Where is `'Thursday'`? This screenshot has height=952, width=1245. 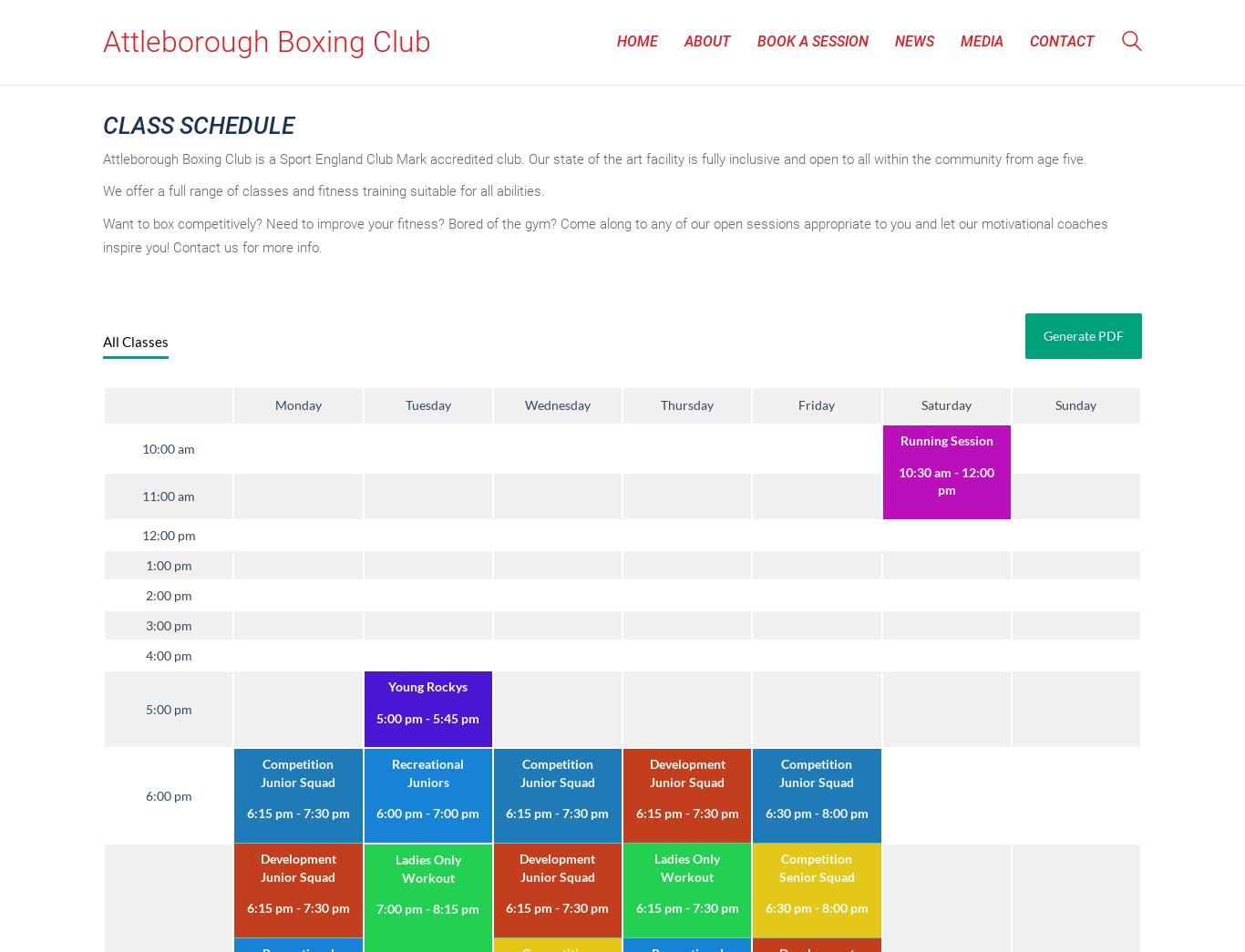
'Thursday' is located at coordinates (687, 404).